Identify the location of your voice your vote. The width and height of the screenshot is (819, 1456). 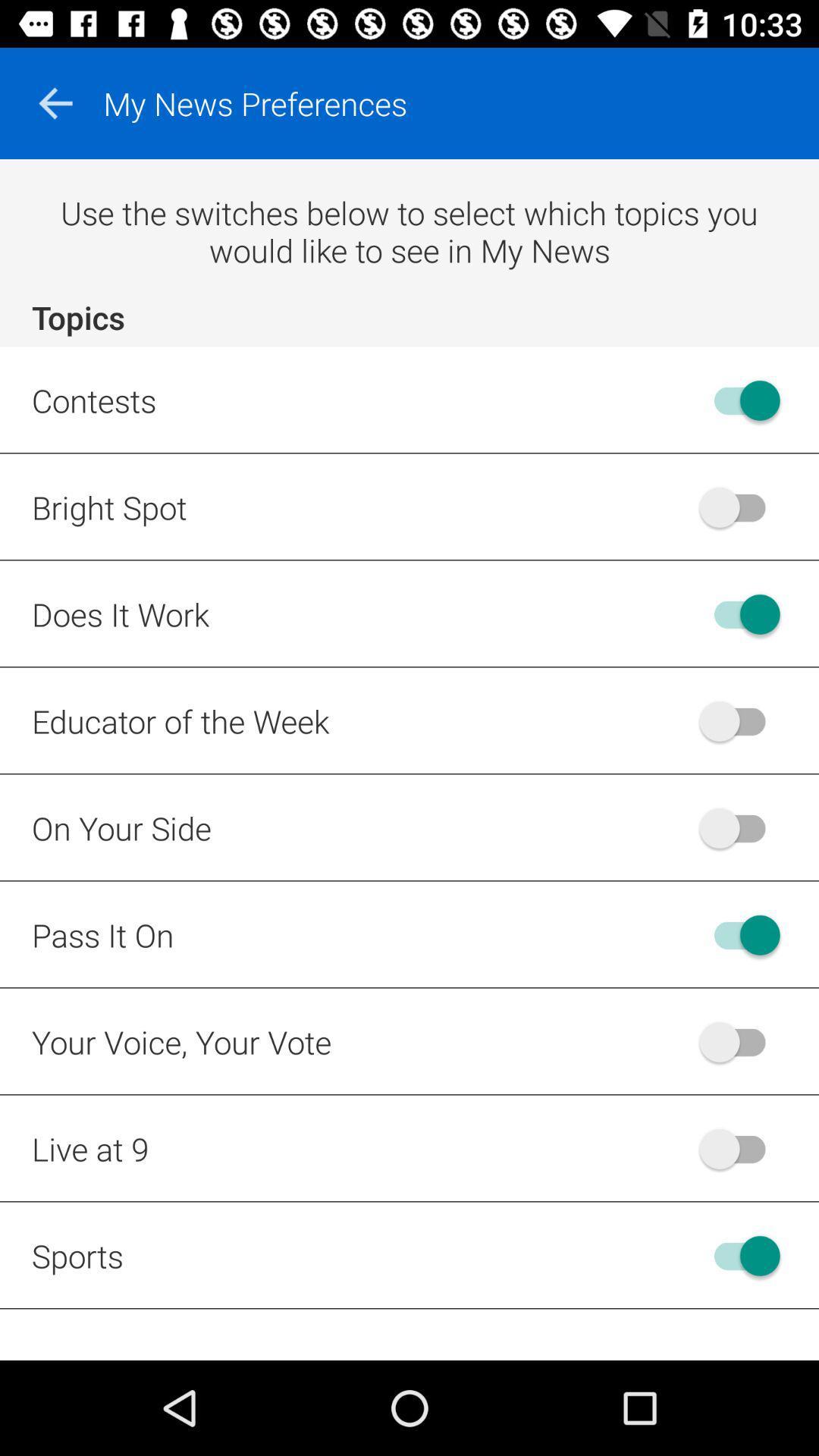
(739, 1040).